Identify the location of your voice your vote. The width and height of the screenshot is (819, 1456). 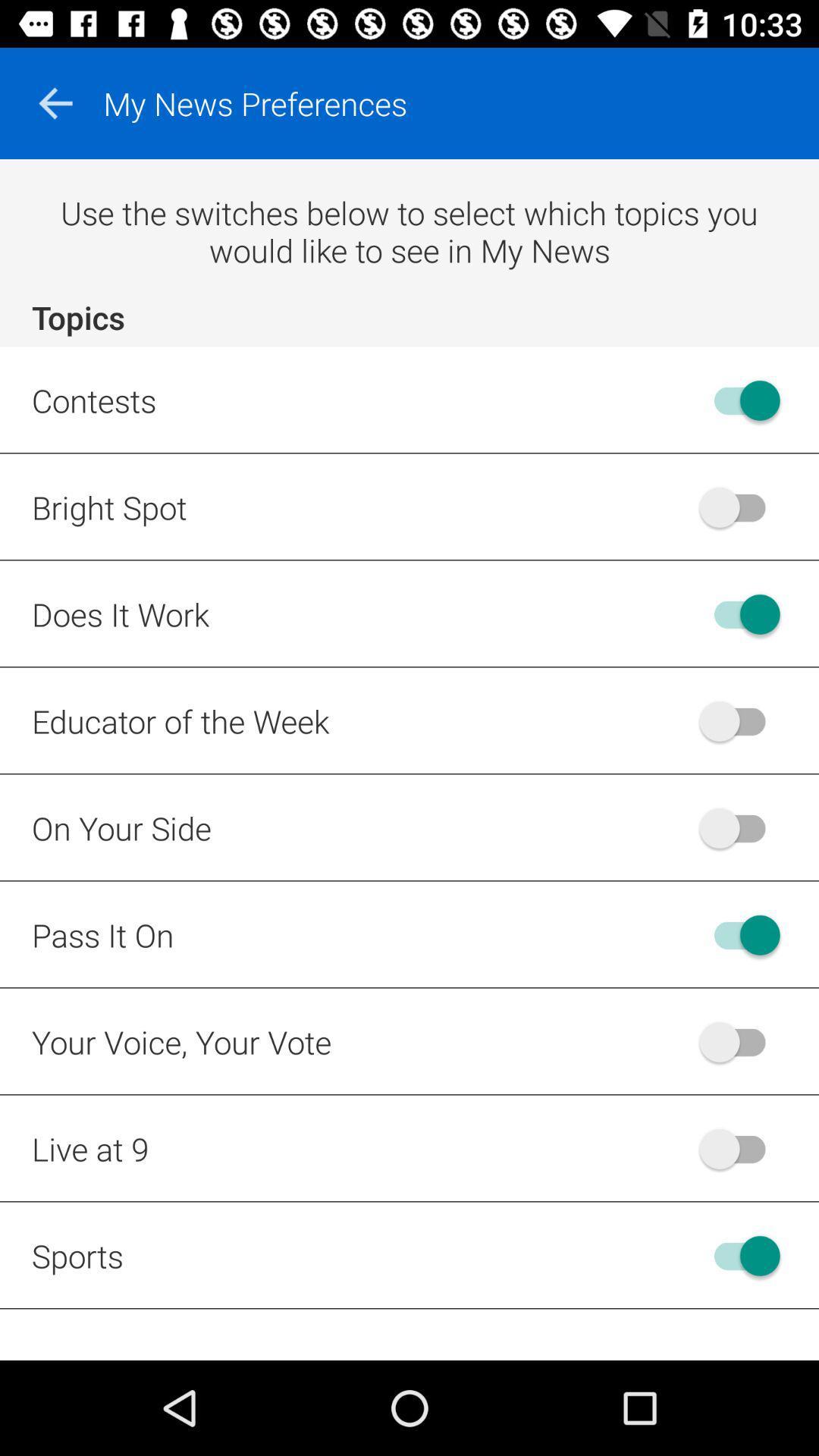
(739, 1040).